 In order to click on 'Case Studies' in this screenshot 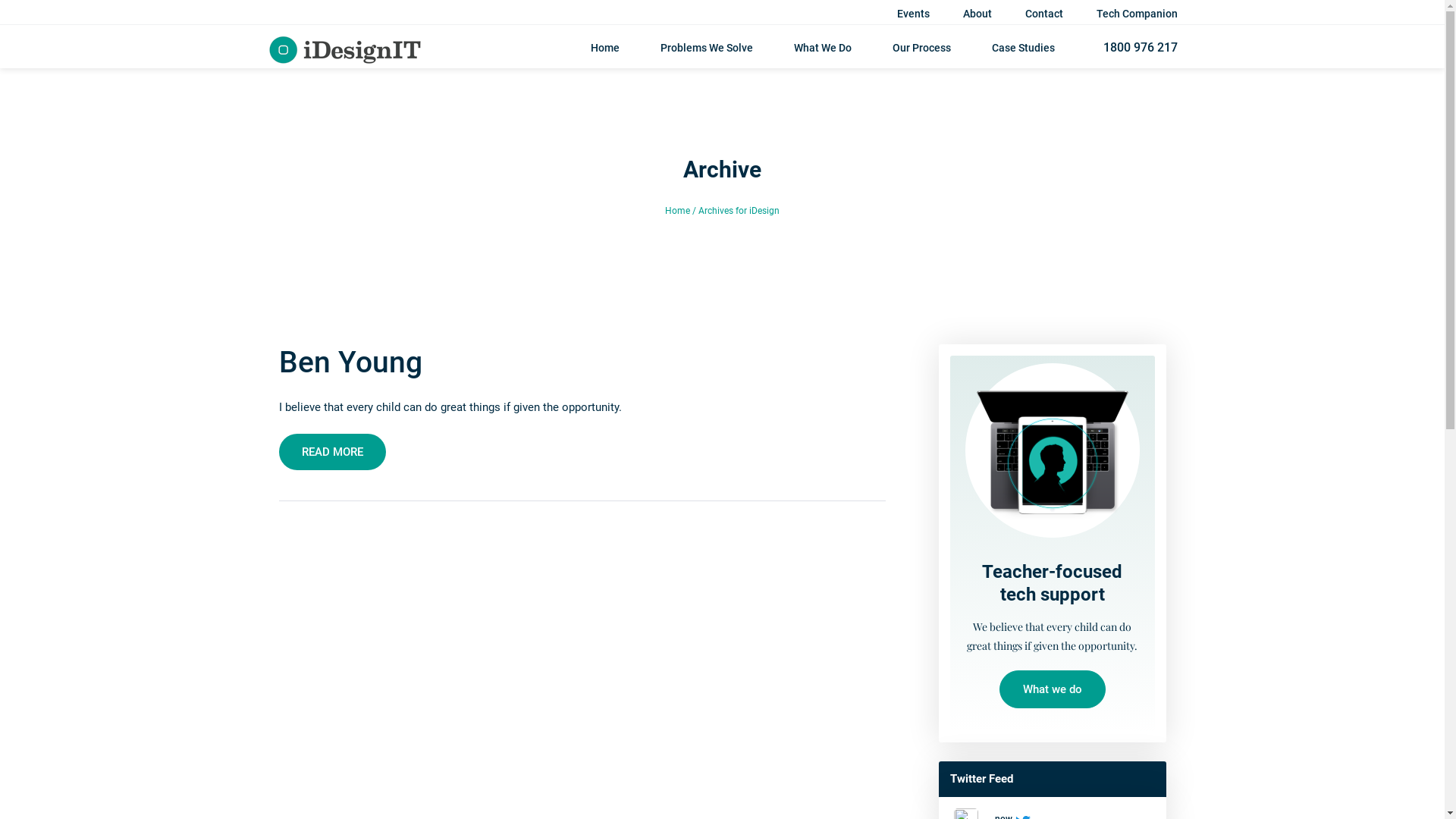, I will do `click(992, 52)`.